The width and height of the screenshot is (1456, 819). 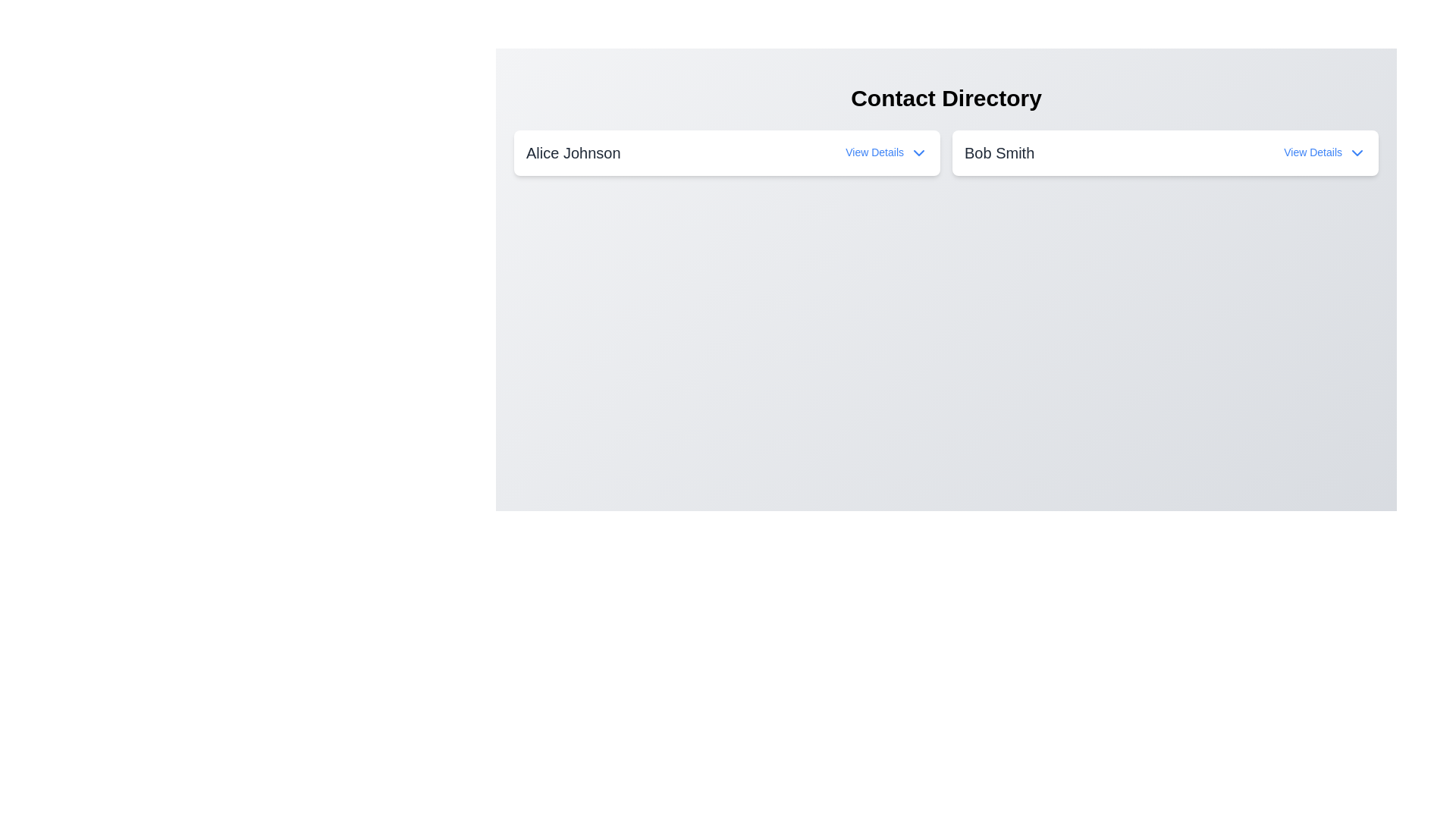 What do you see at coordinates (886, 152) in the screenshot?
I see `the button associated with the 'Alice Johnson' entry` at bounding box center [886, 152].